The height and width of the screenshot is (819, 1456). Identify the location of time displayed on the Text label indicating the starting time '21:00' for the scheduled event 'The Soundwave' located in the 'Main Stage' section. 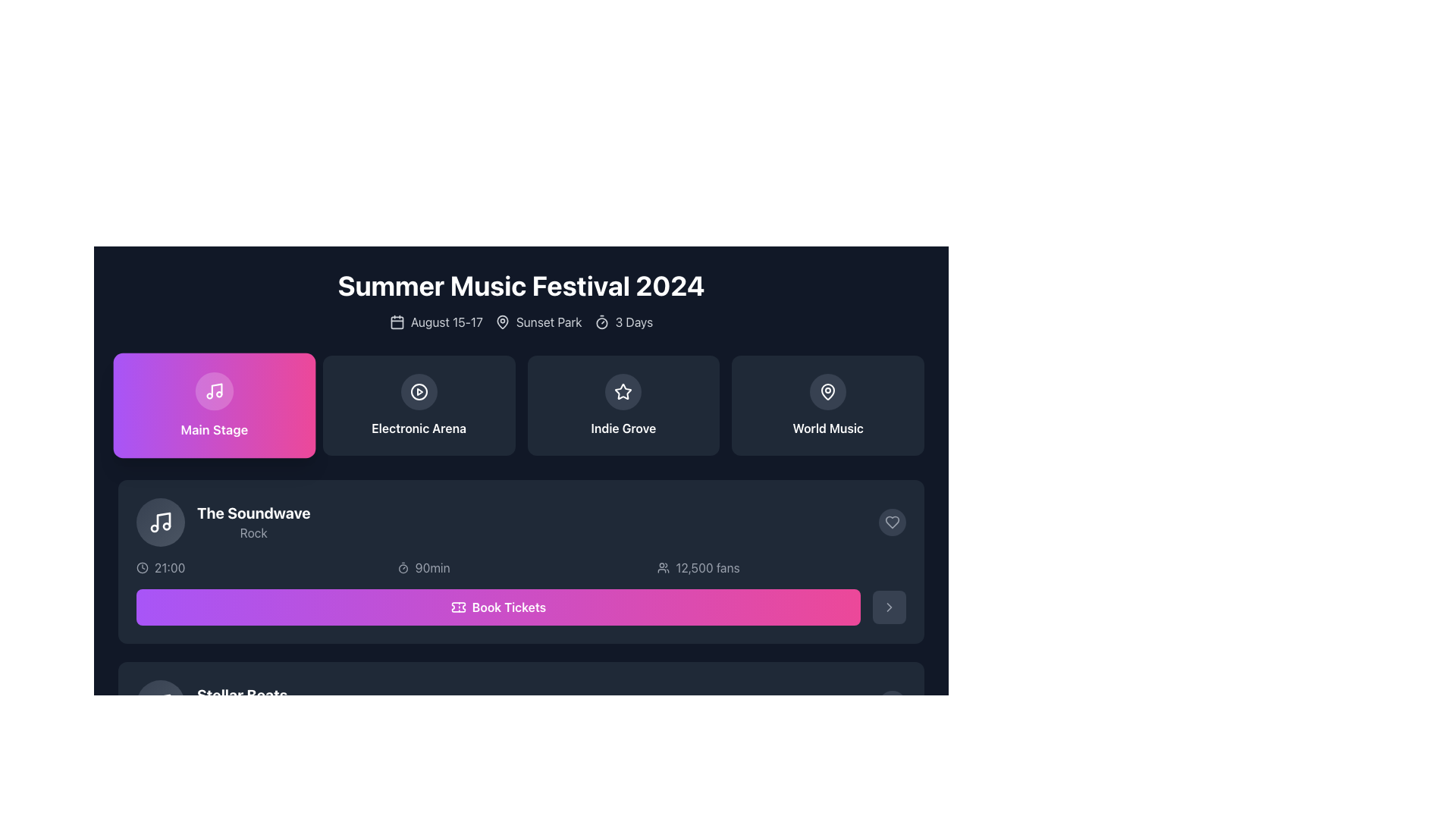
(170, 567).